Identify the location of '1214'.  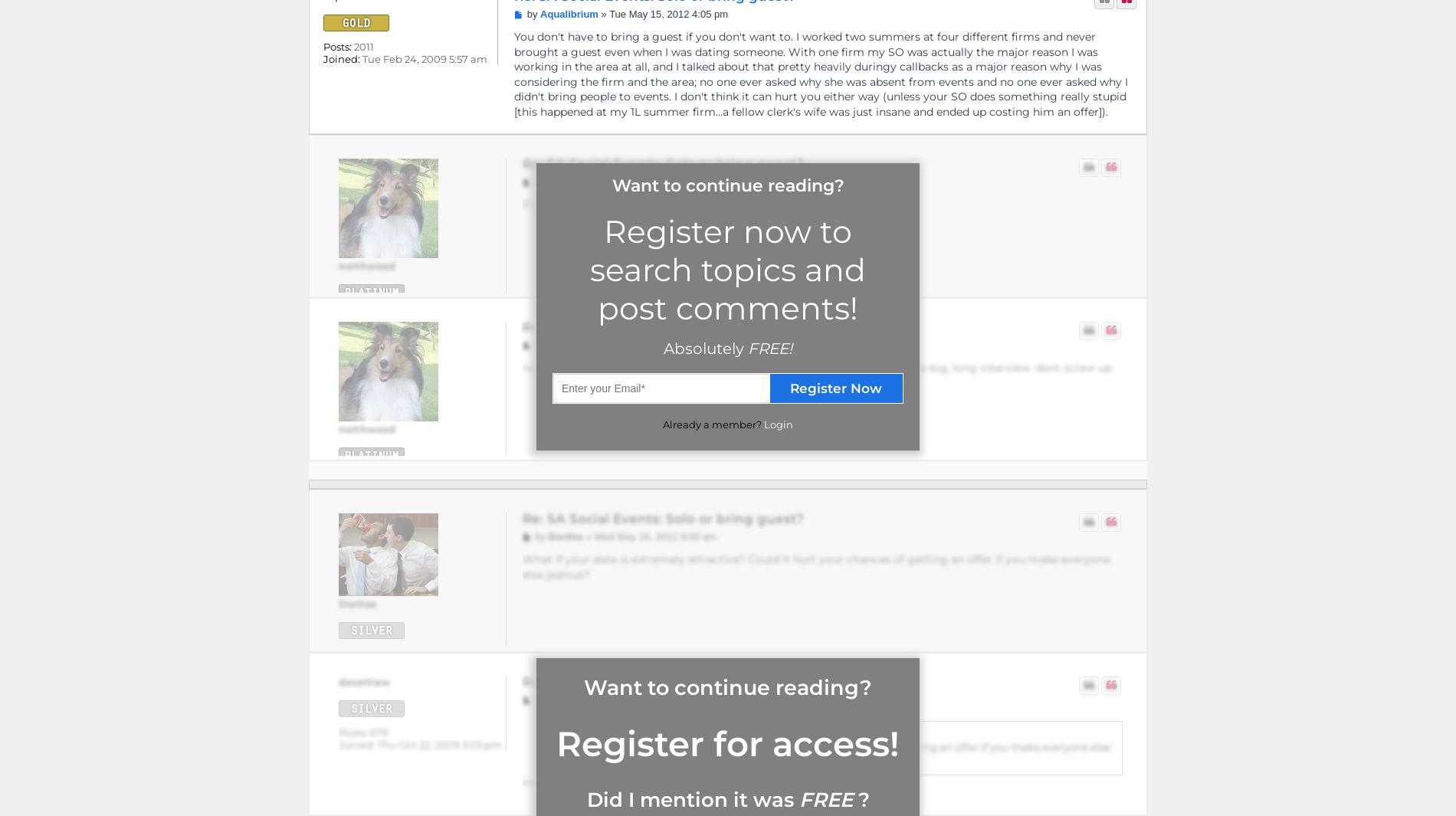
(366, 654).